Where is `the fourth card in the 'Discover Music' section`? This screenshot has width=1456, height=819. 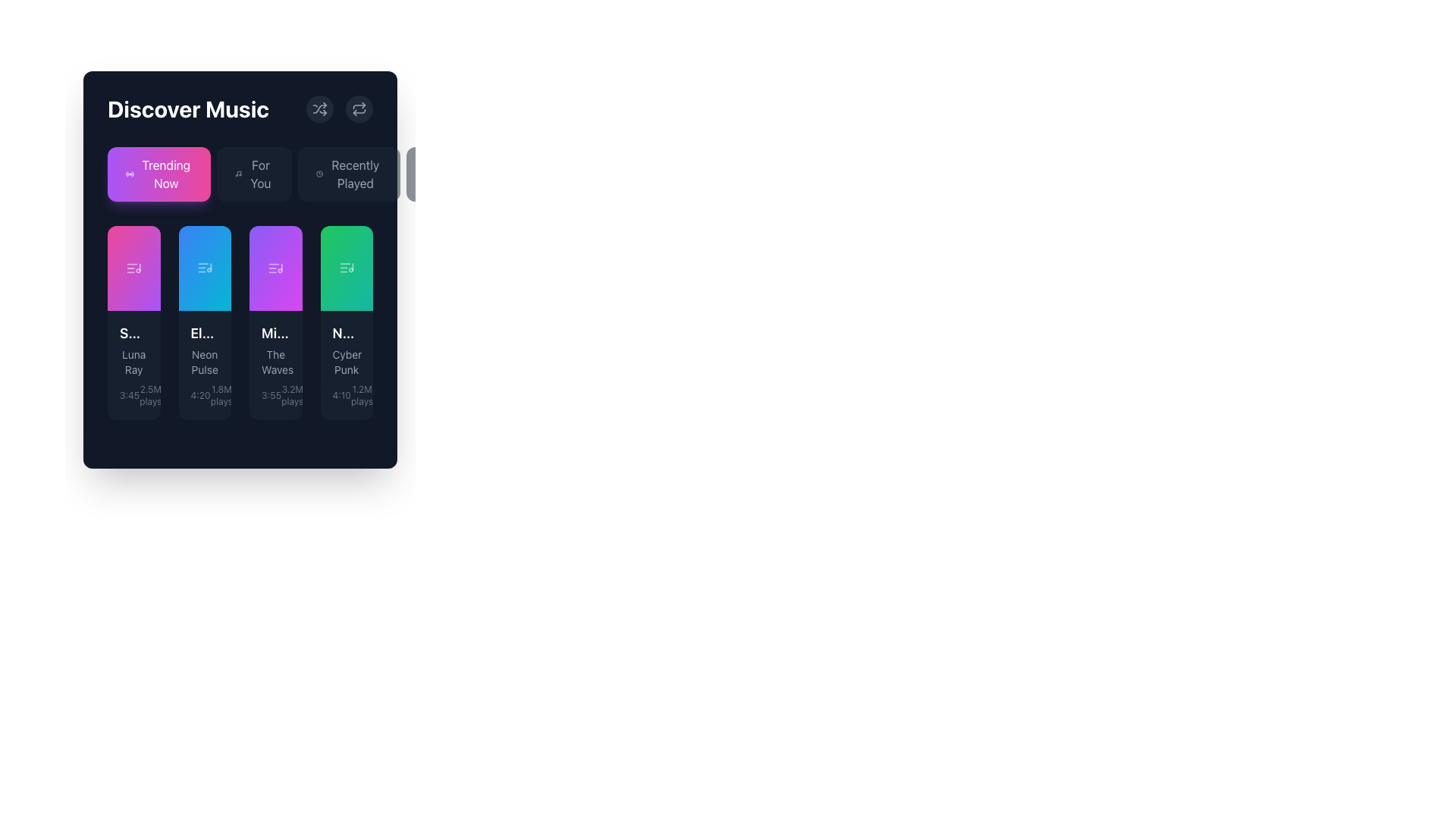 the fourth card in the 'Discover Music' section is located at coordinates (346, 268).